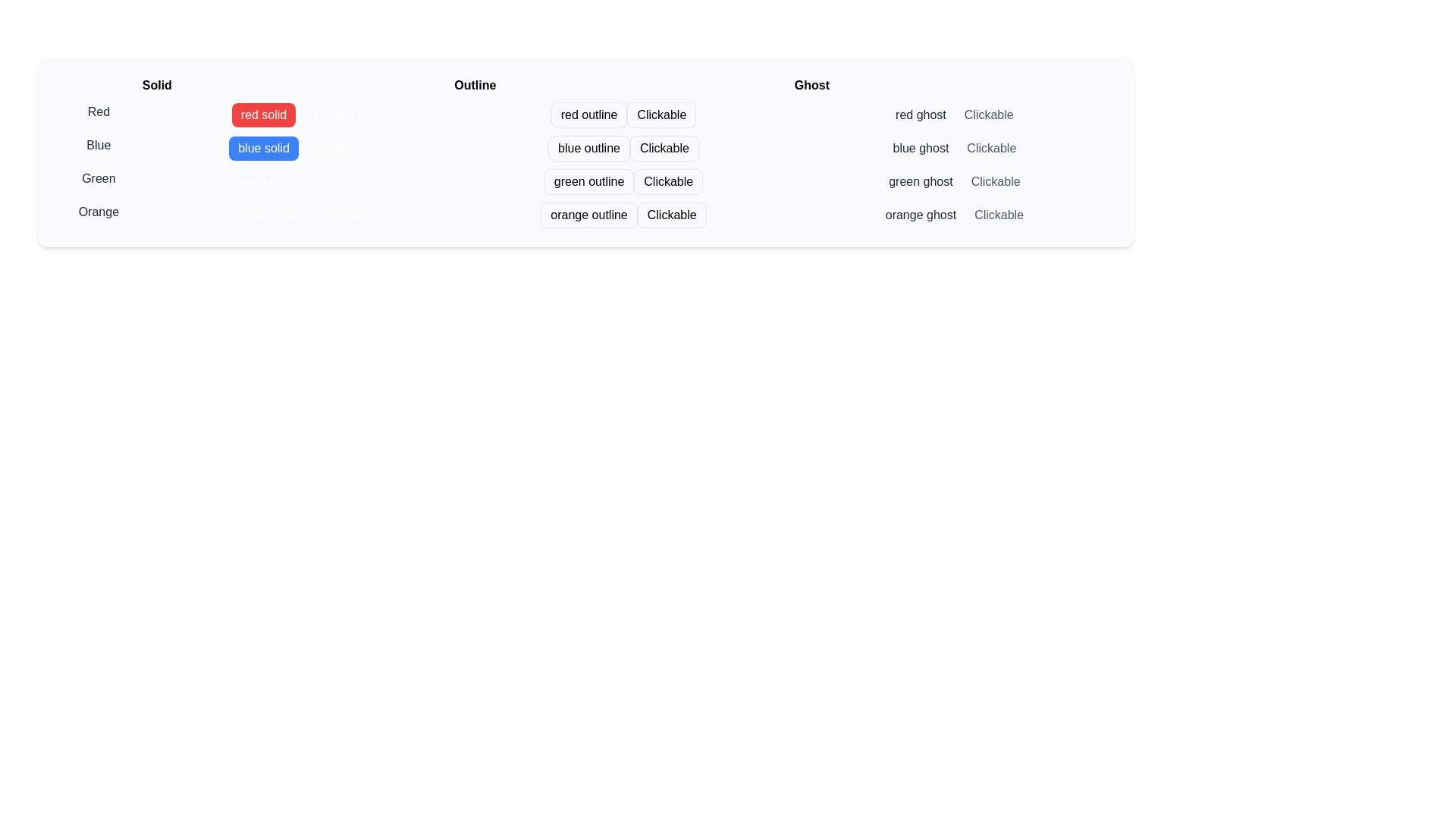  Describe the element at coordinates (953, 111) in the screenshot. I see `the text label indicating 'red ghost' in the top row of the 'Ghost' column, which serves as a descriptor for the clickable elements below it` at that location.